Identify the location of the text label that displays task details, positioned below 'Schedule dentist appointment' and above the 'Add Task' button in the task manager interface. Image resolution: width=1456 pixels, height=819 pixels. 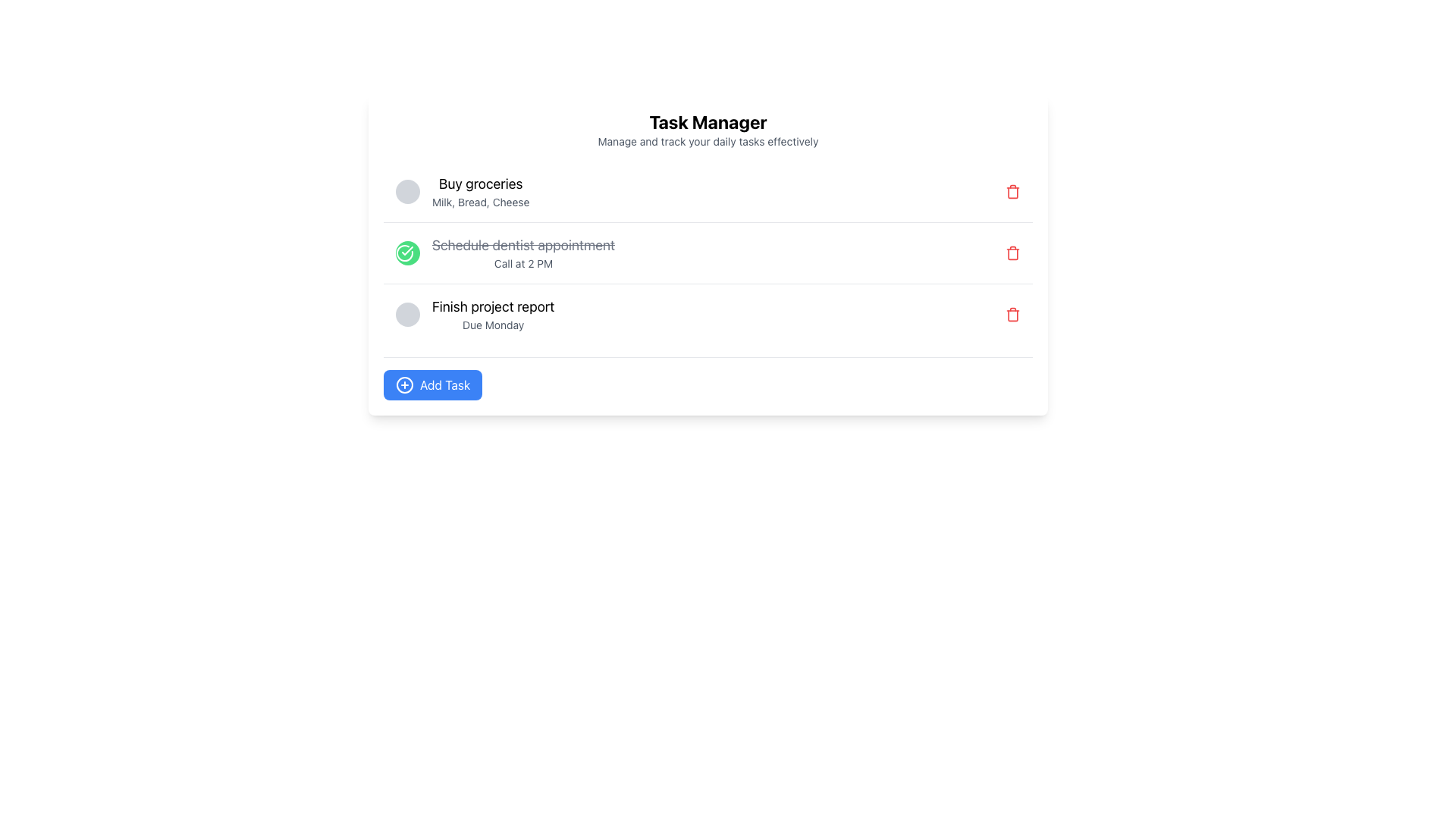
(493, 314).